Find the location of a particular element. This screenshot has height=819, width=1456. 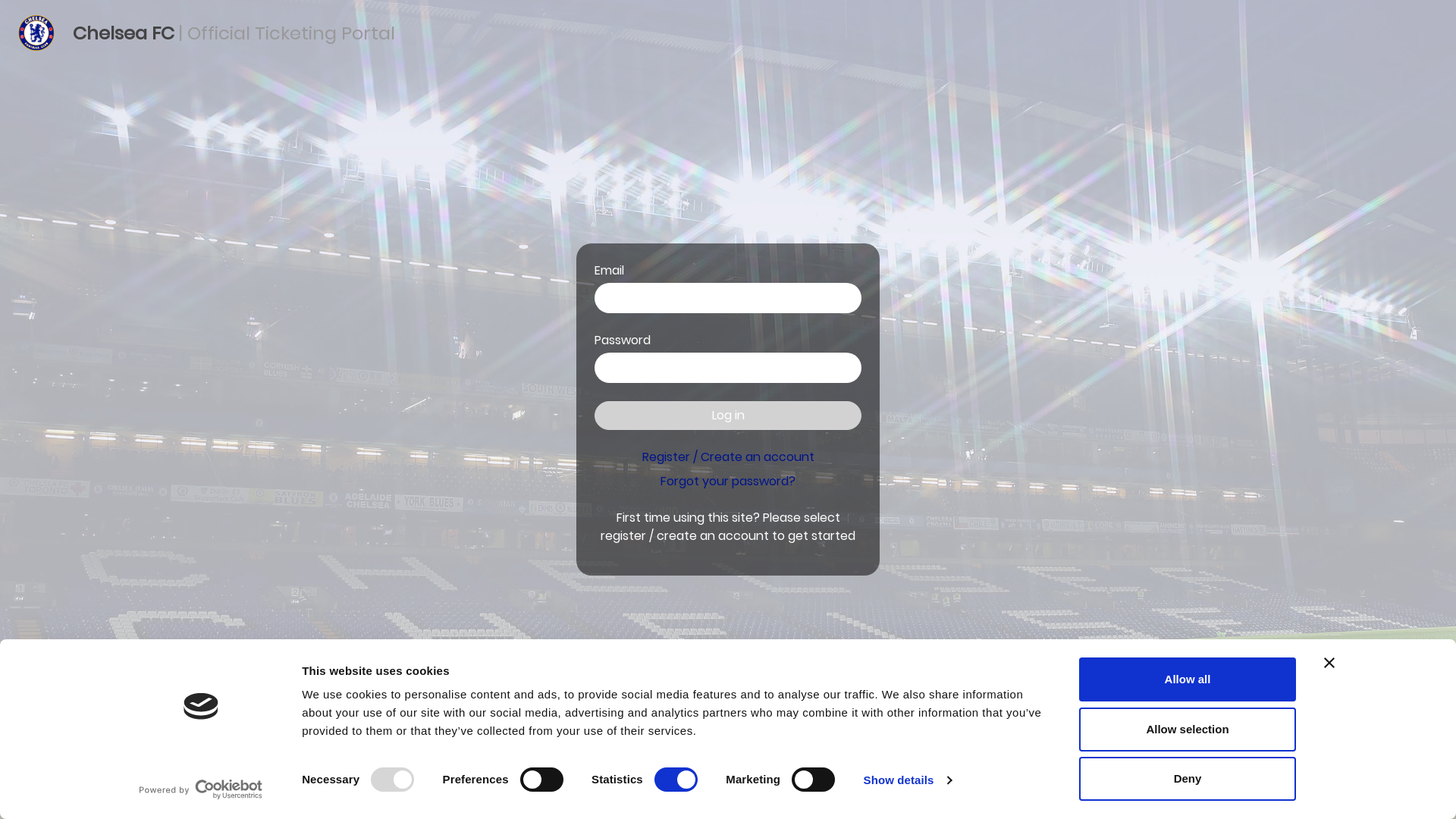

'Show details' is located at coordinates (907, 780).